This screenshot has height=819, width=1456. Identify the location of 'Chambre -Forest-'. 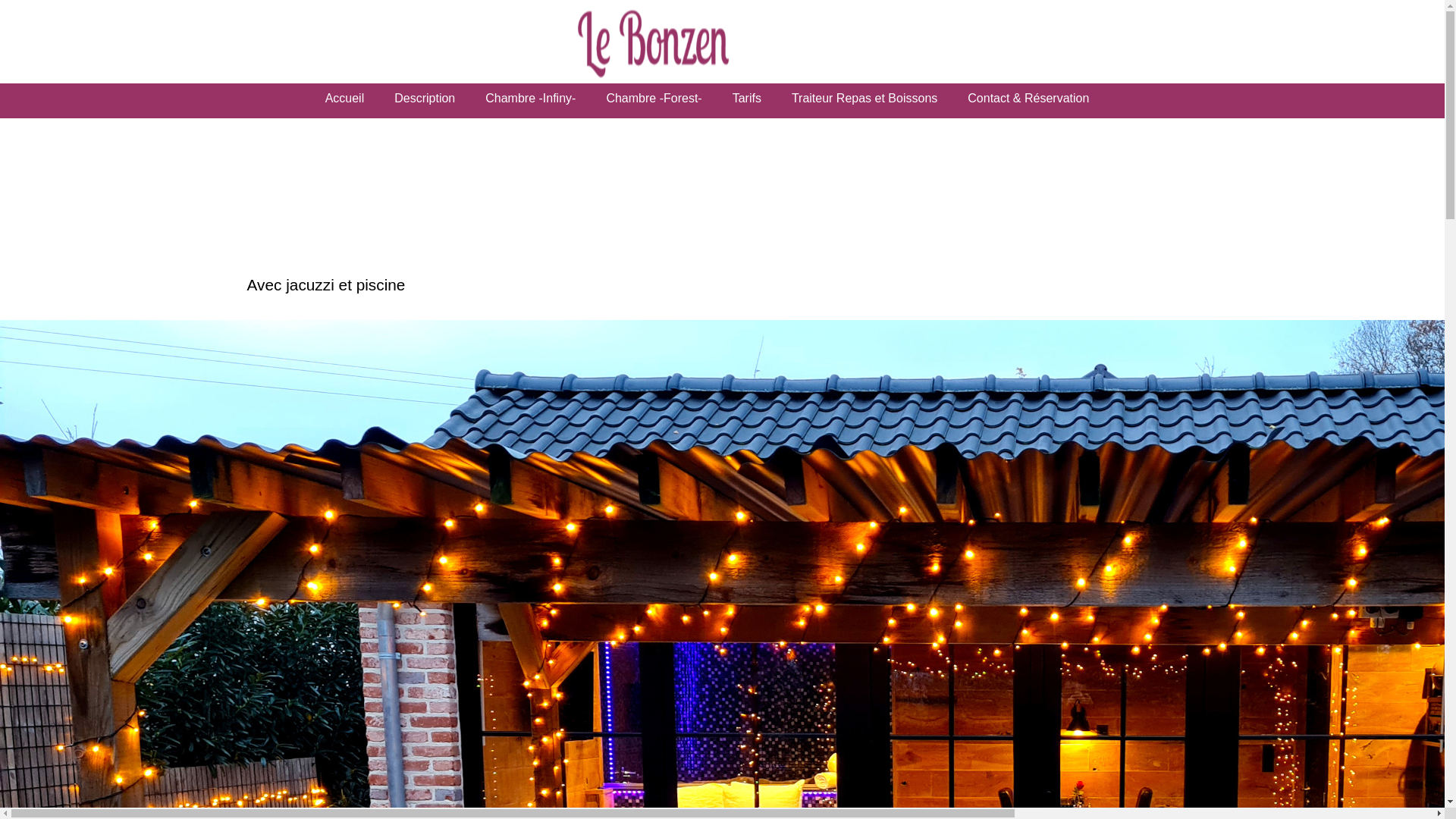
(654, 99).